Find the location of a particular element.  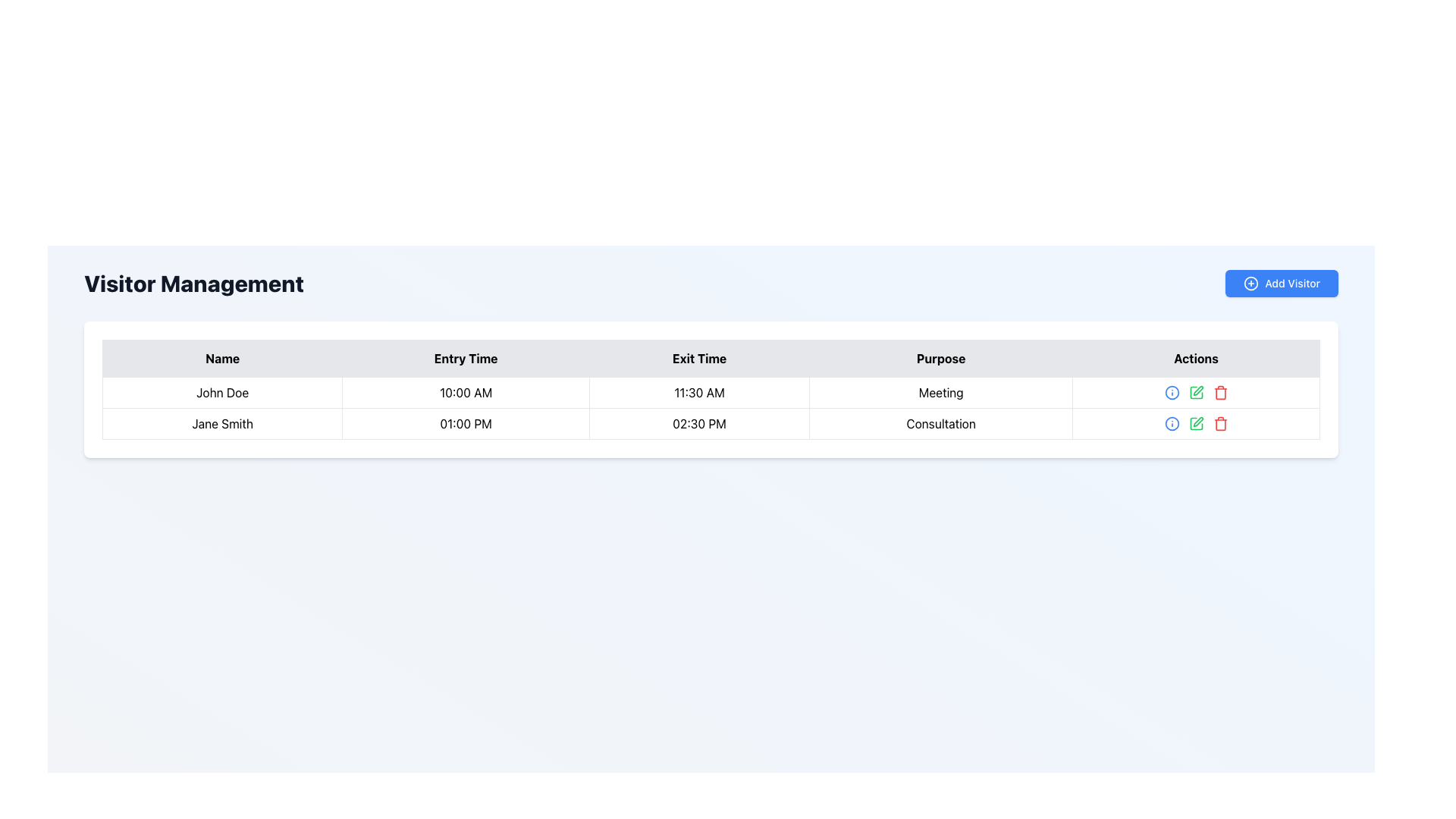

the circular information icon with a blue outline and white filling, located is located at coordinates (1171, 391).